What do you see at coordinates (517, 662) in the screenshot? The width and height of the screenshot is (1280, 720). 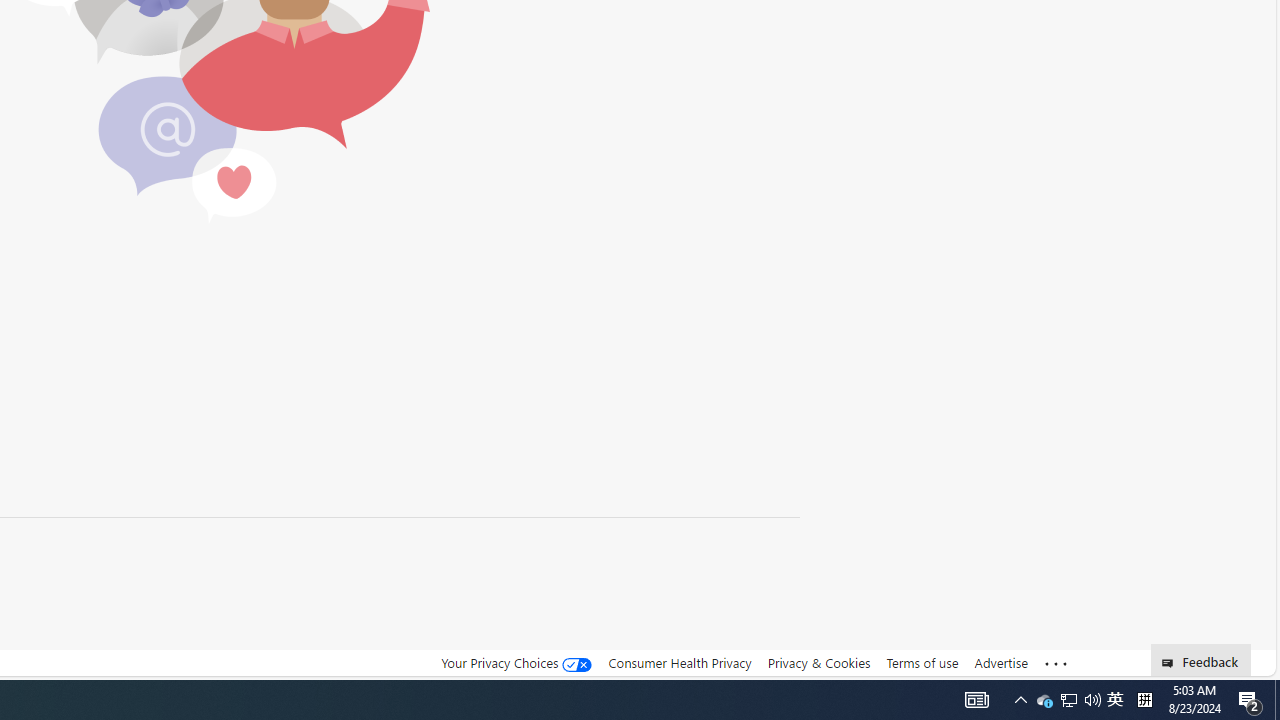 I see `'Your Privacy Choices'` at bounding box center [517, 662].